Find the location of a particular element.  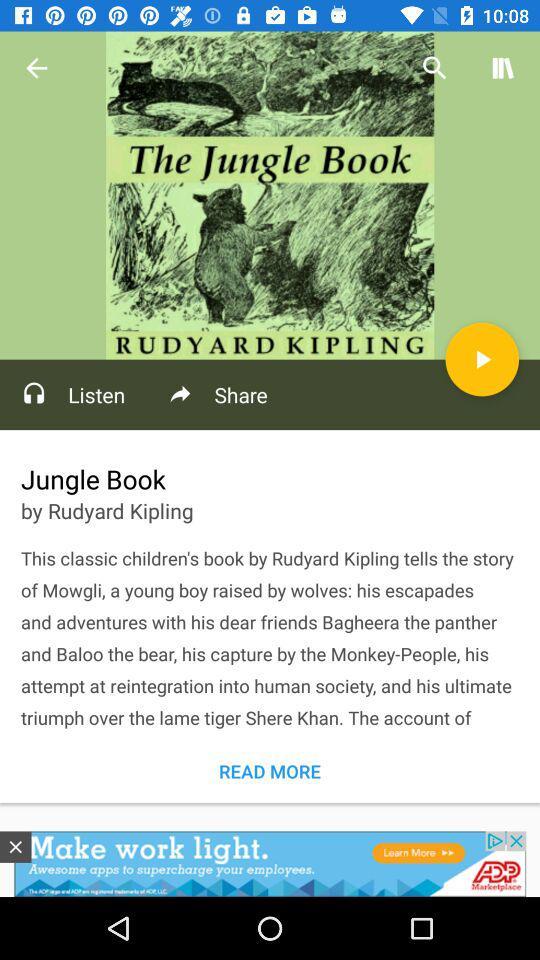

the play icon is located at coordinates (481, 359).